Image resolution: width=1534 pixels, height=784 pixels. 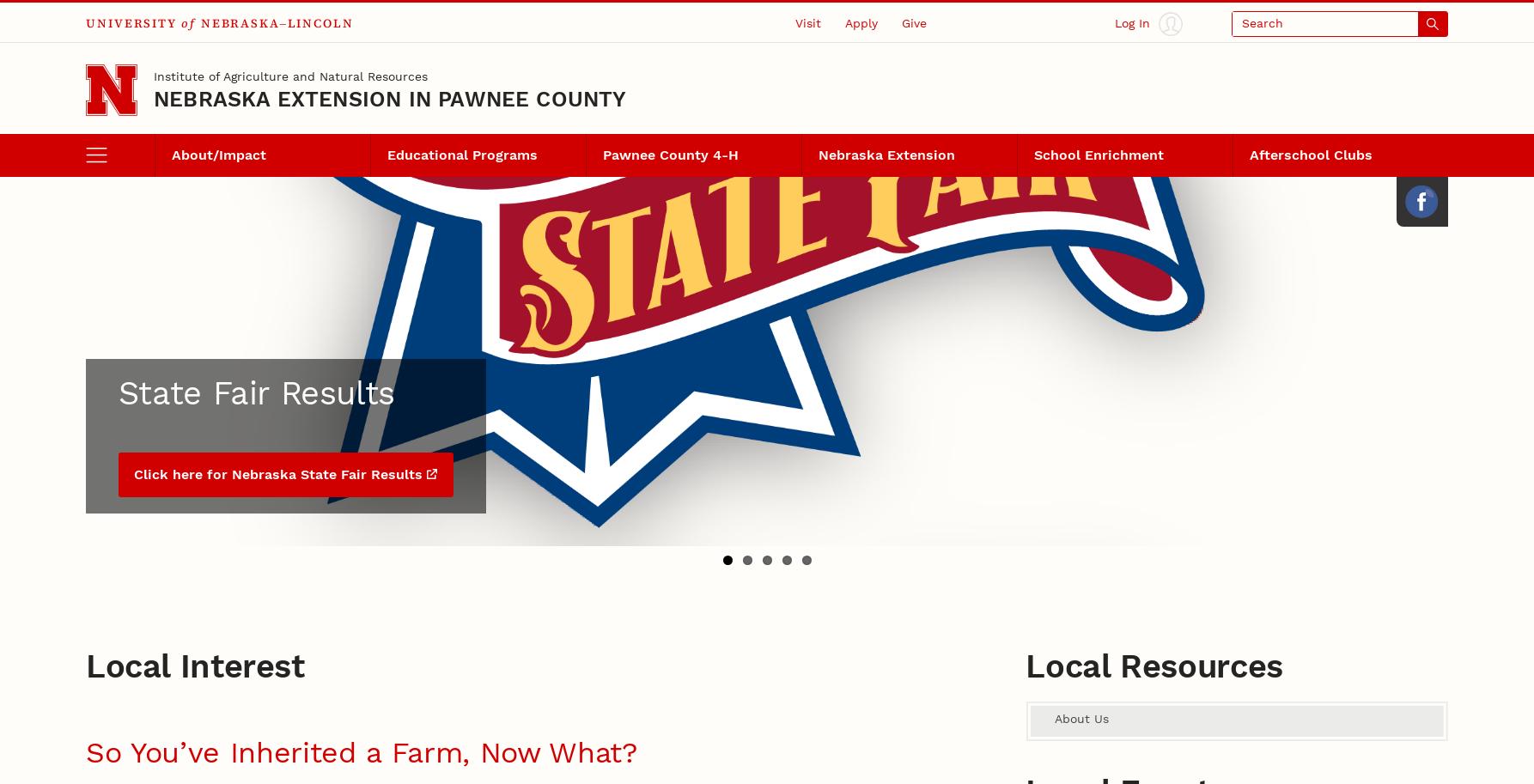 I want to click on 'Close', so click(x=1498, y=17).